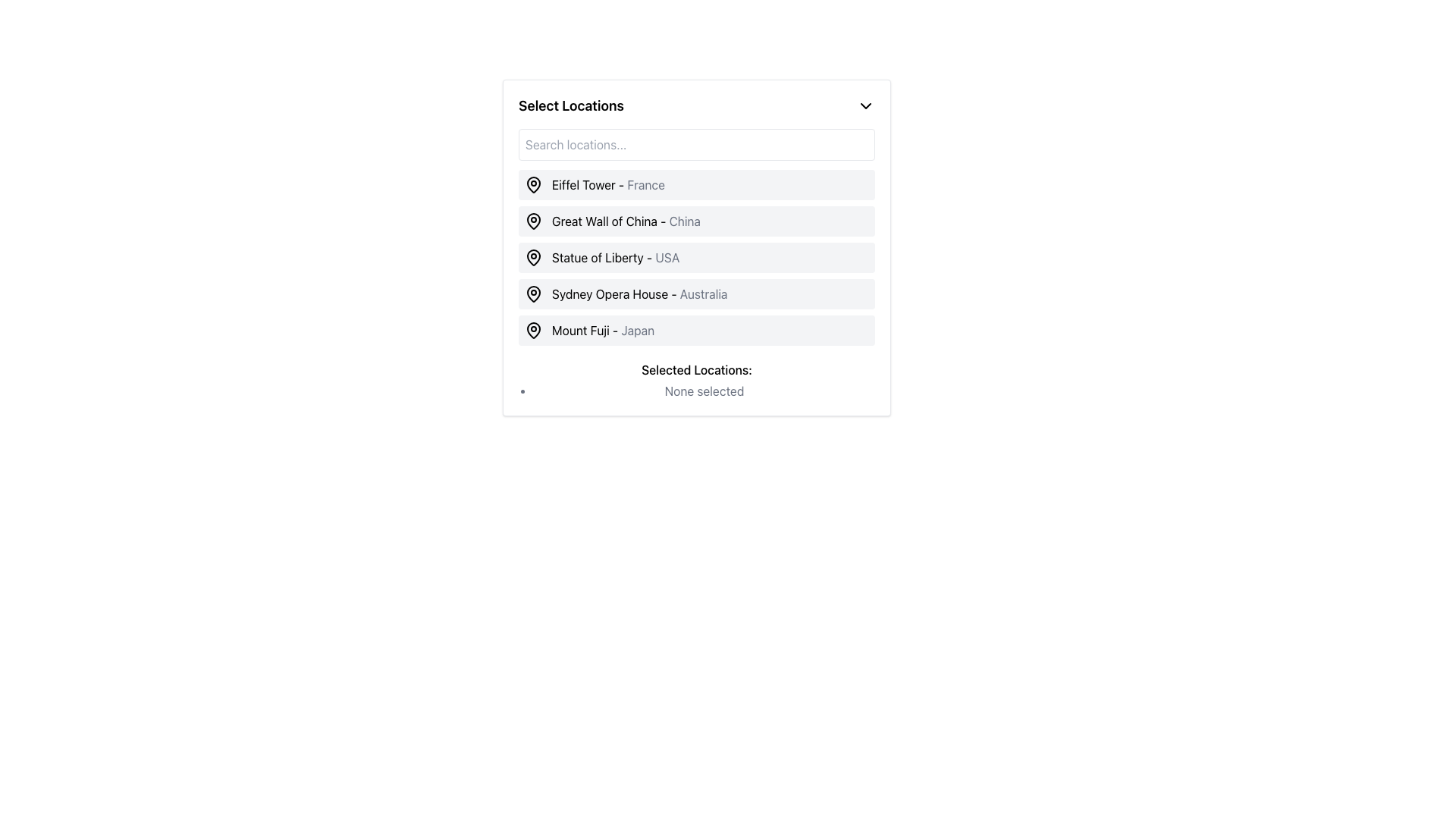 Image resolution: width=1456 pixels, height=819 pixels. Describe the element at coordinates (602, 329) in the screenshot. I see `the label displaying 'Mount Fuji - Japan'` at that location.